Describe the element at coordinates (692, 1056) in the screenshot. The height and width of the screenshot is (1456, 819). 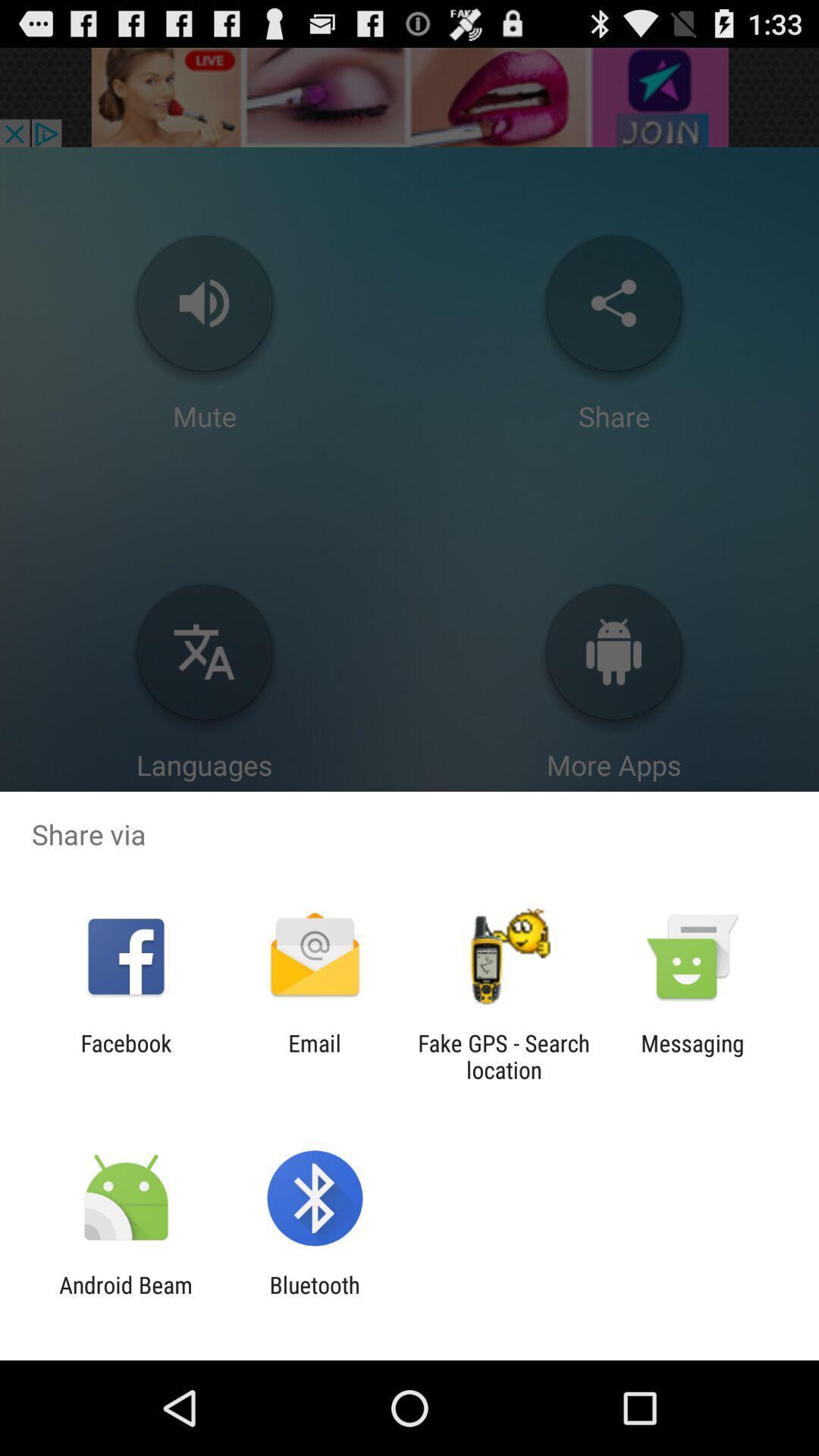
I see `messaging at the bottom right corner` at that location.